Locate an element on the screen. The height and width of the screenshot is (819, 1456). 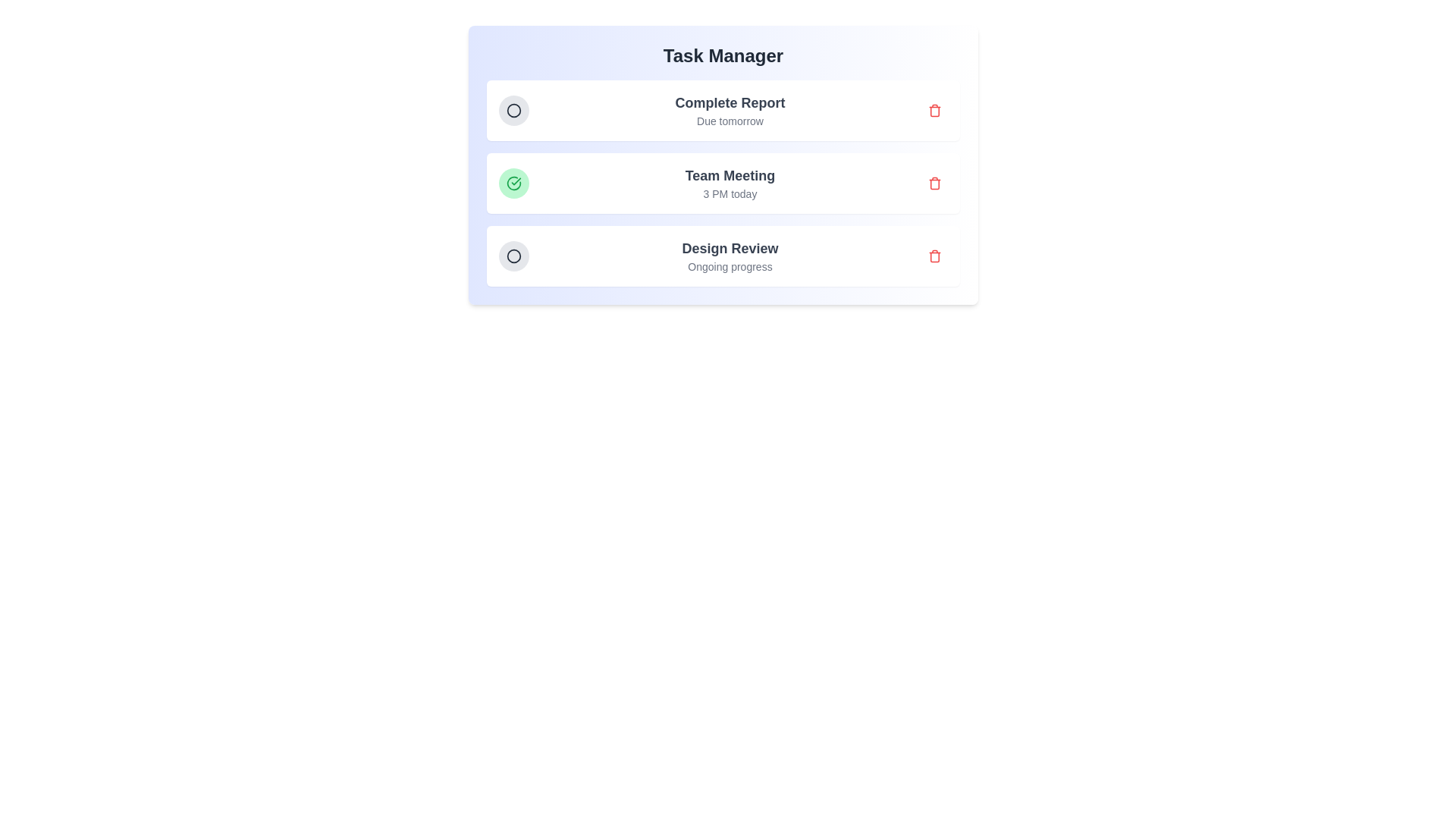
the task entry titled 'Team Meeting' in the task list to potentially reveal additional details is located at coordinates (723, 183).